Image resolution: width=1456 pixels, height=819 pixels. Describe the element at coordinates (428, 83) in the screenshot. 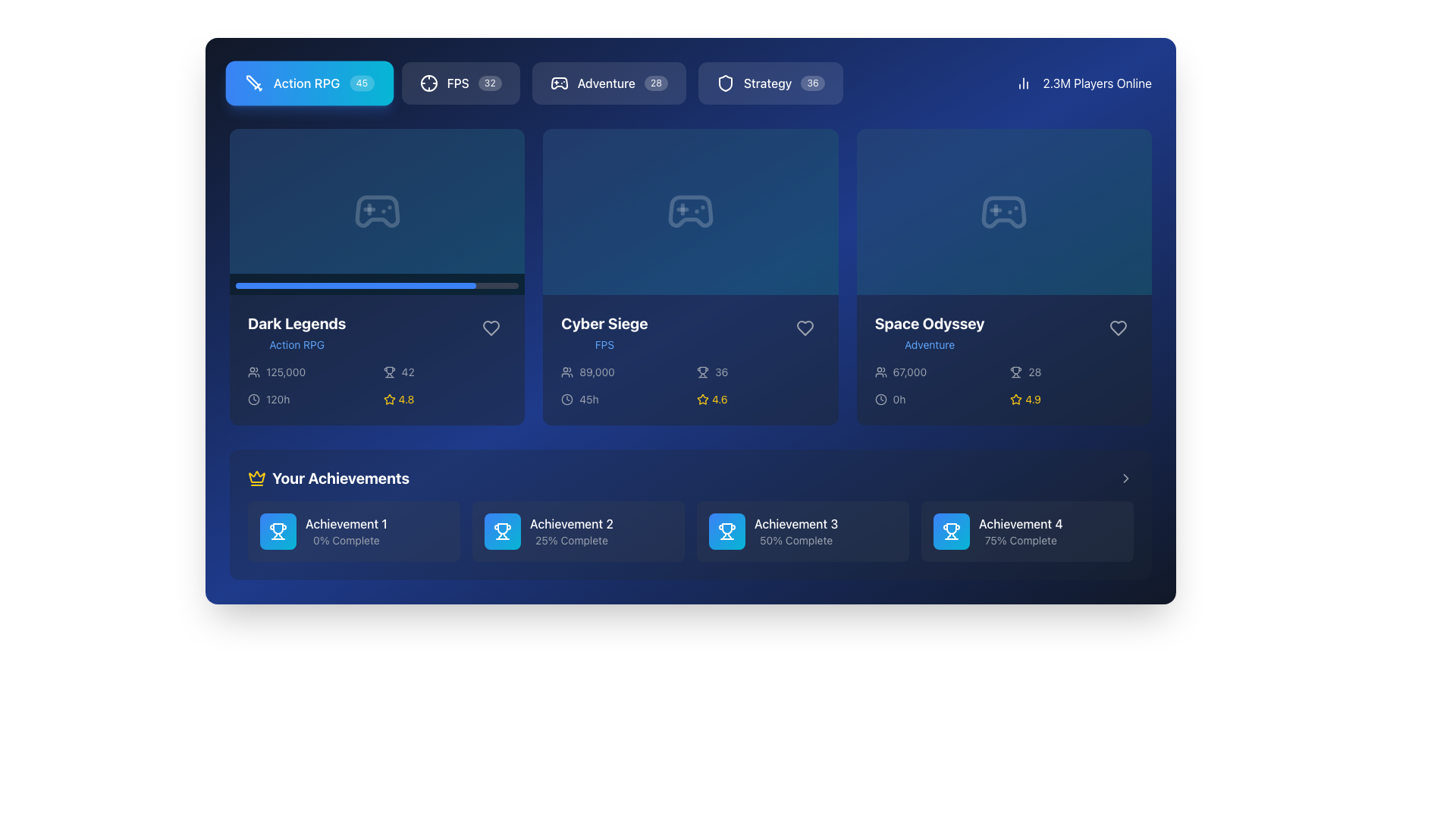

I see `the circular crosshair icon within the 'FPS' button on the navigation bar` at that location.